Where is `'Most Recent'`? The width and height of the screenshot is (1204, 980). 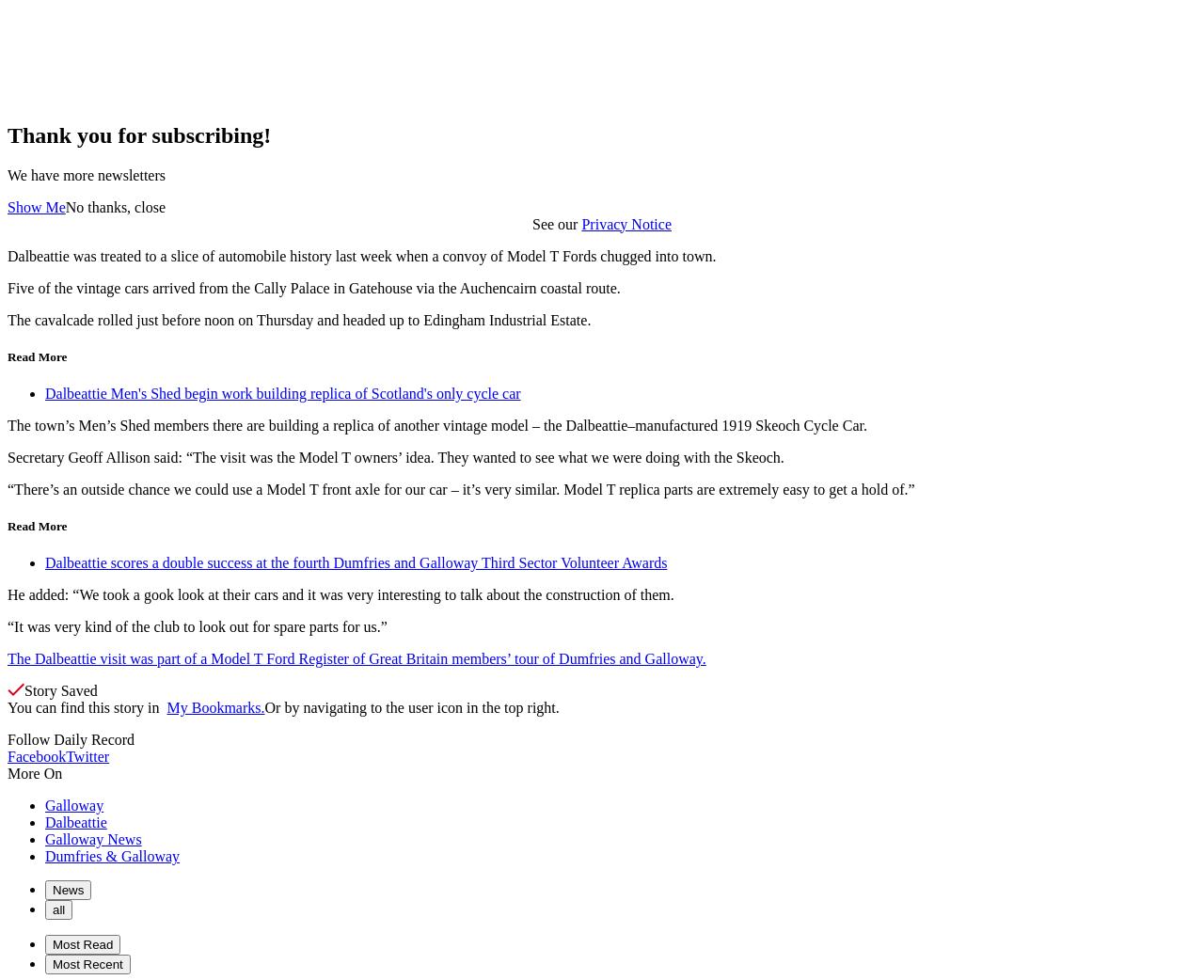 'Most Recent' is located at coordinates (87, 964).